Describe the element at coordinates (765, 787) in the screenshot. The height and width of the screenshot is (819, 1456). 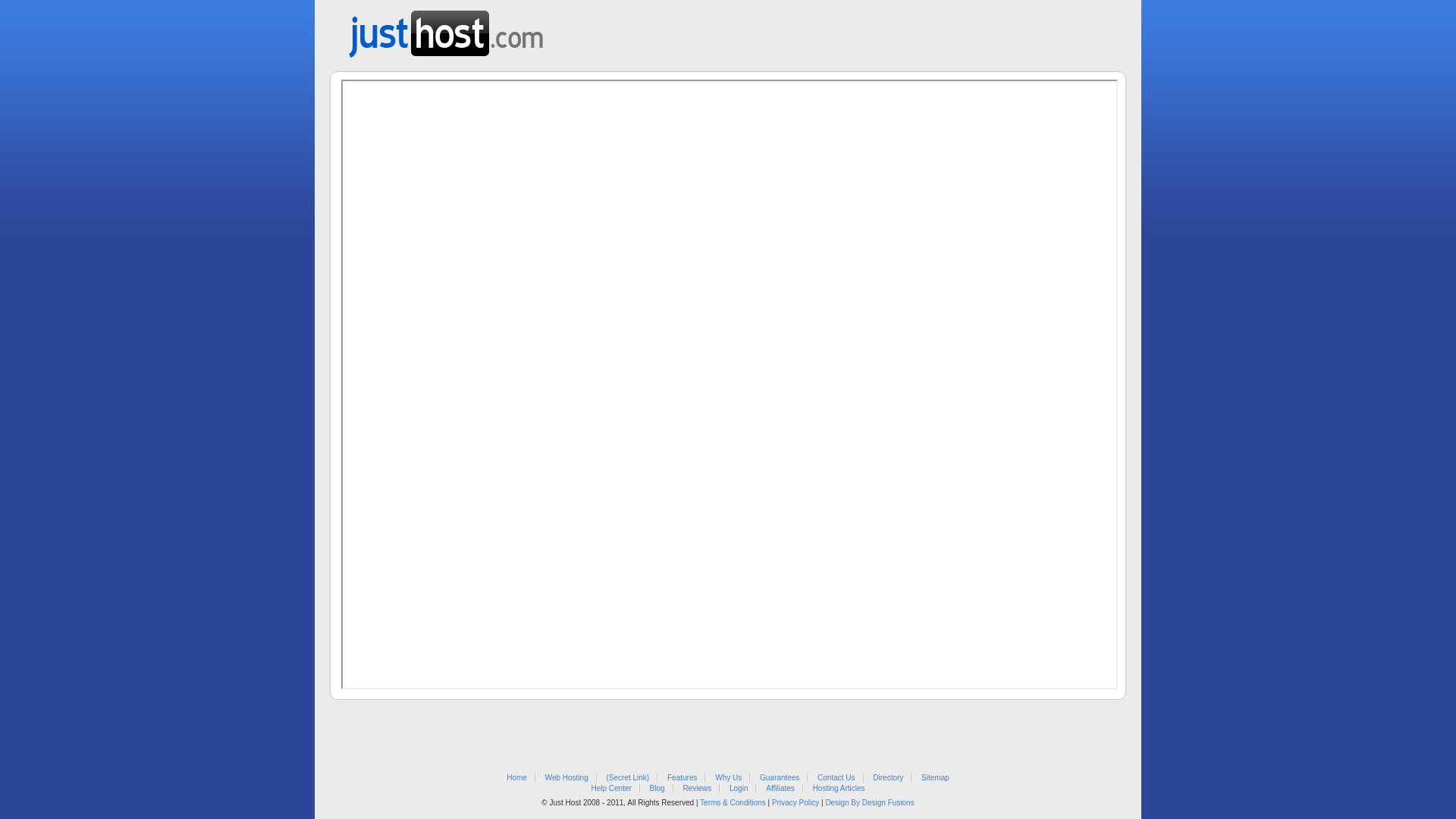
I see `'Affiliates'` at that location.